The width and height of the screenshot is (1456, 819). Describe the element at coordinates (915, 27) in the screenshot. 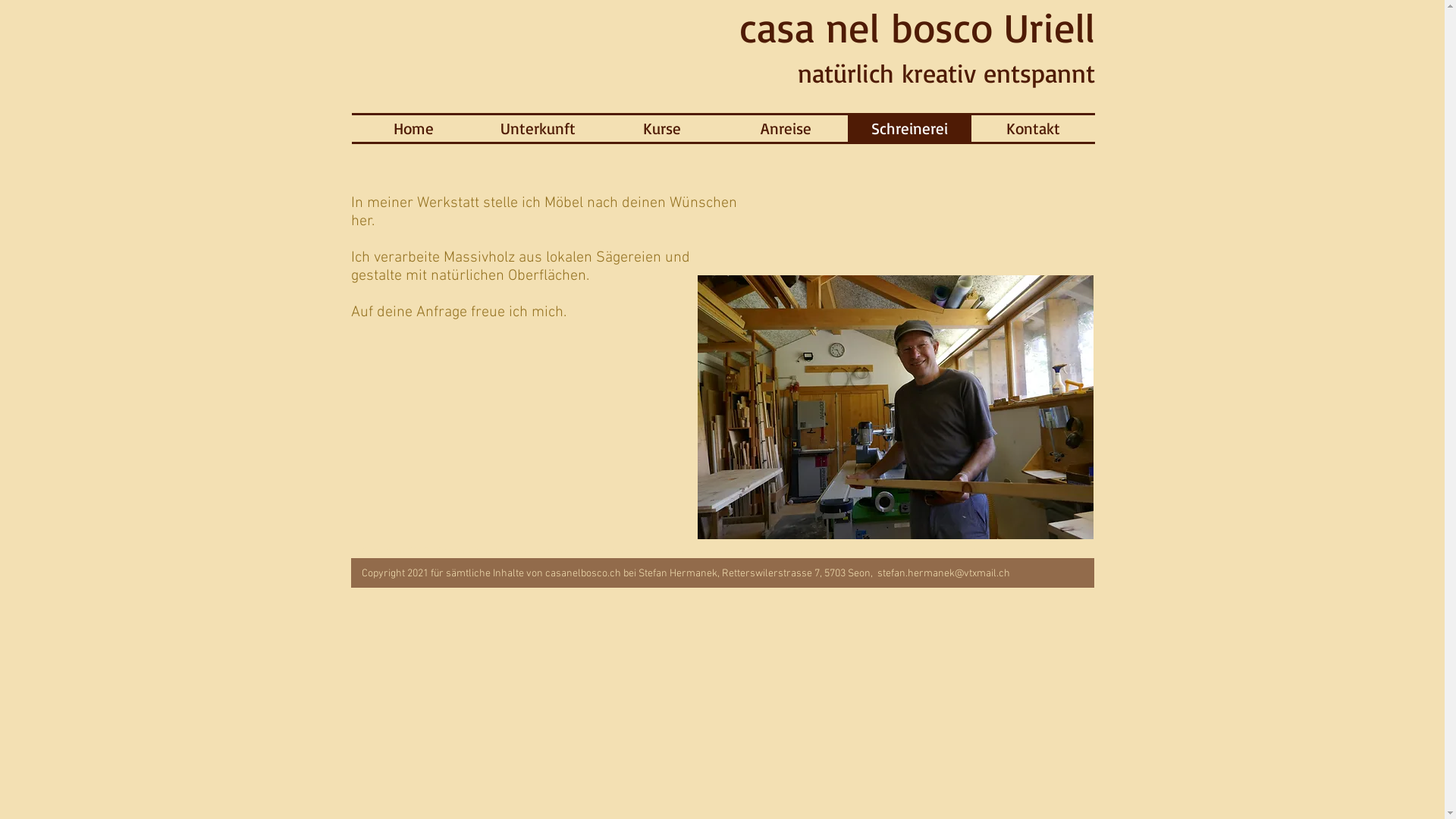

I see `'casa nel bosco Uriell'` at that location.